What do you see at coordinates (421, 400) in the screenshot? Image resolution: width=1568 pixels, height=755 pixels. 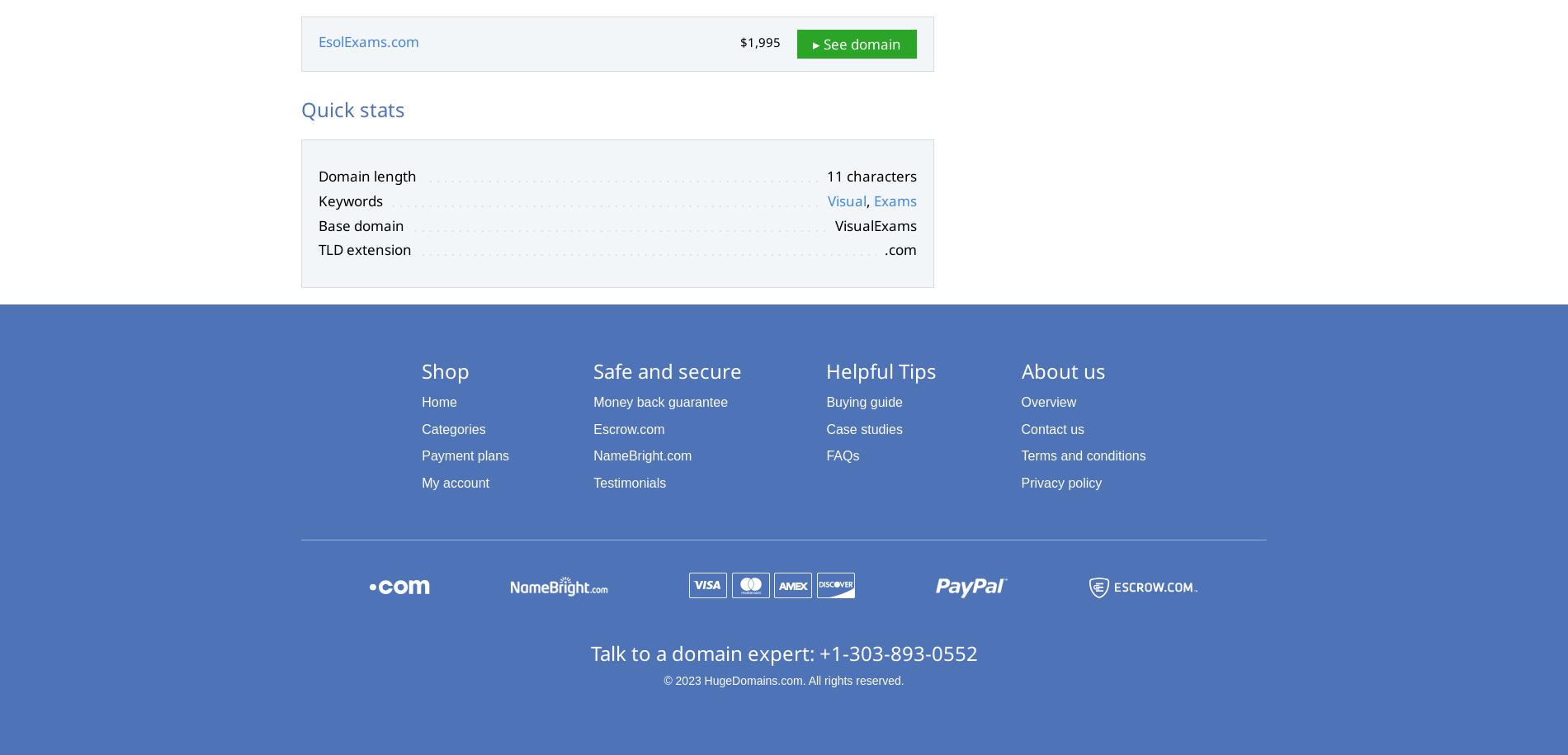 I see `'Home'` at bounding box center [421, 400].